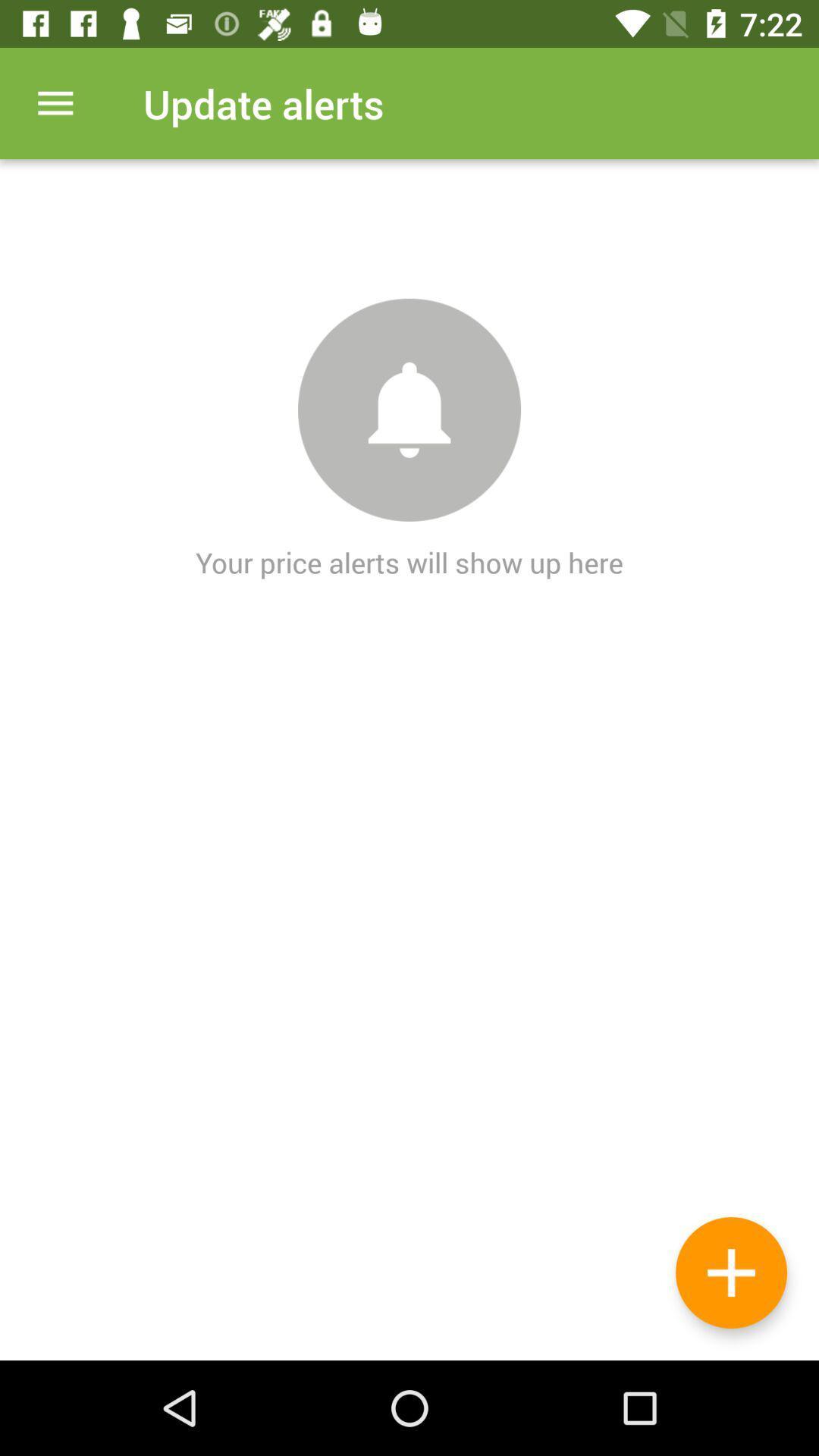 This screenshot has height=1456, width=819. I want to click on the item next to the update alerts, so click(55, 102).